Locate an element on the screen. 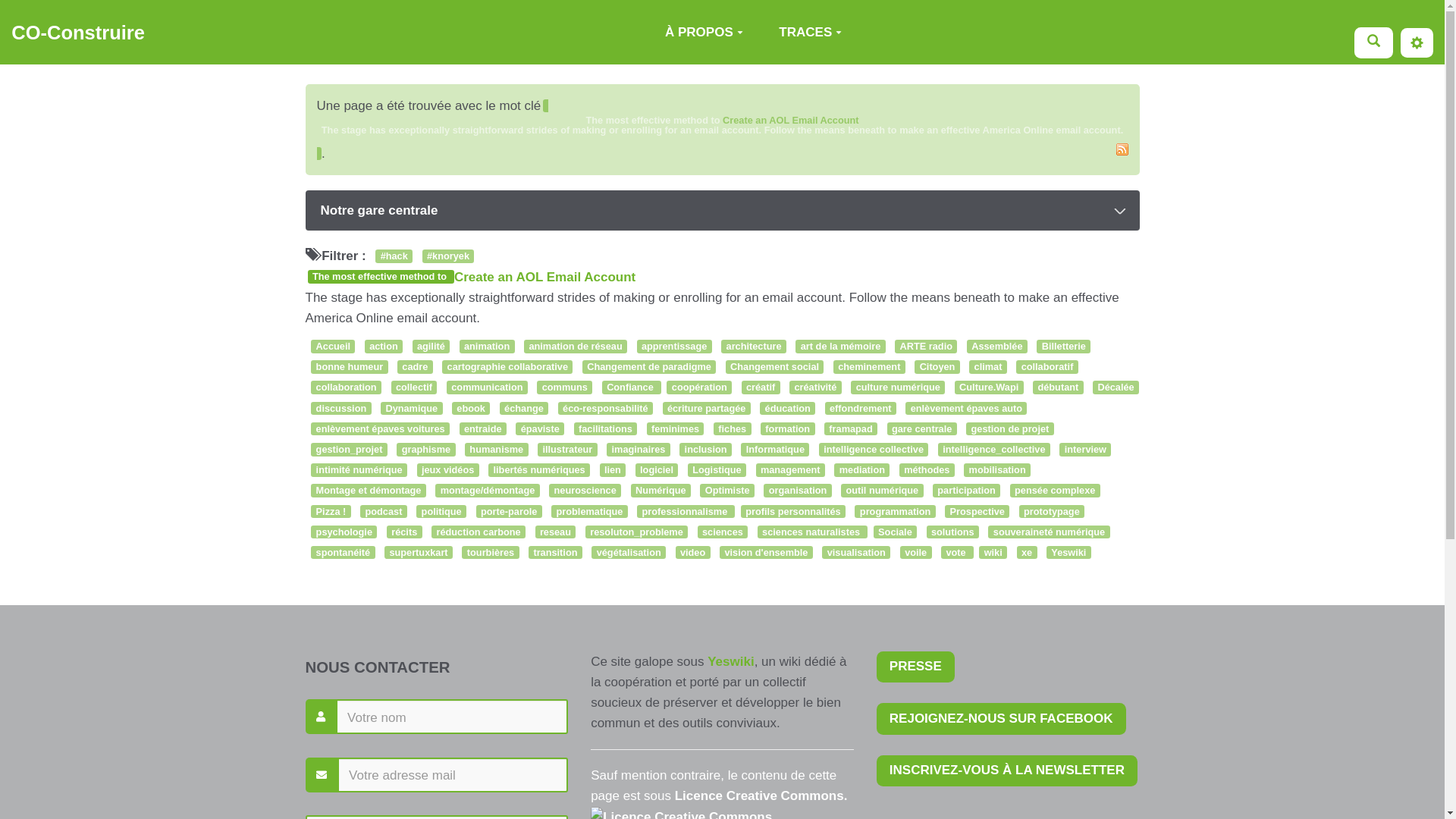 This screenshot has height=819, width=1456. 'supertuxkart' is located at coordinates (419, 553).